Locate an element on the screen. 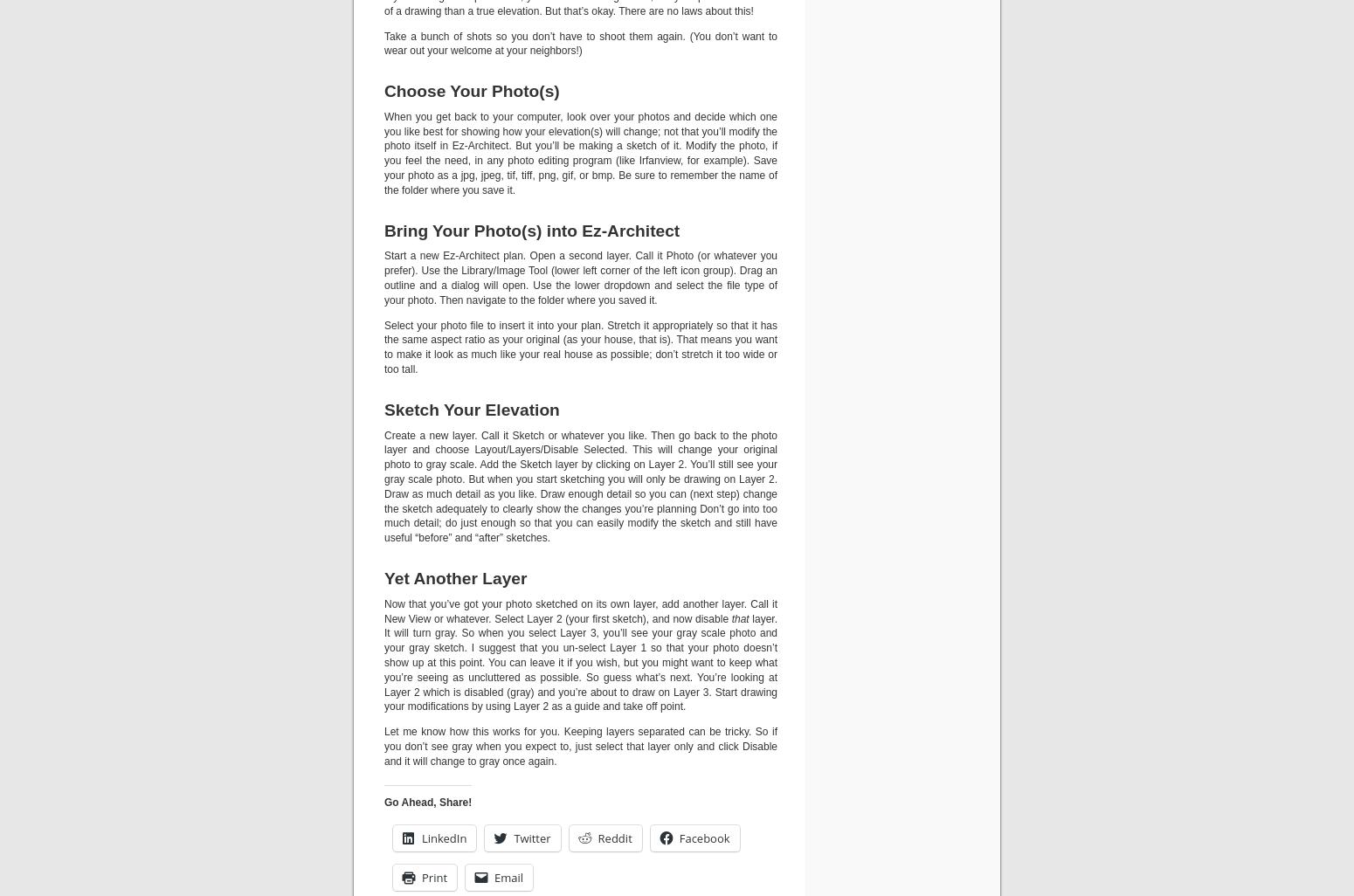 The width and height of the screenshot is (1354, 896). 'When you get back to your computer, look over your photos and decide which one you like best for showing how your elevation(s) will change; not that you’ll modify the photo itself in Ez-Architect. But you’ll be making a sketch of it. Modify the photo, if you feel the need, in any photo editing program (like Irfanview, for example). Save your photo as a jpg, jpeg, tif, tiff, png, gif, or bmp. Be sure to remember the name of the folder where you save it.' is located at coordinates (384, 152).